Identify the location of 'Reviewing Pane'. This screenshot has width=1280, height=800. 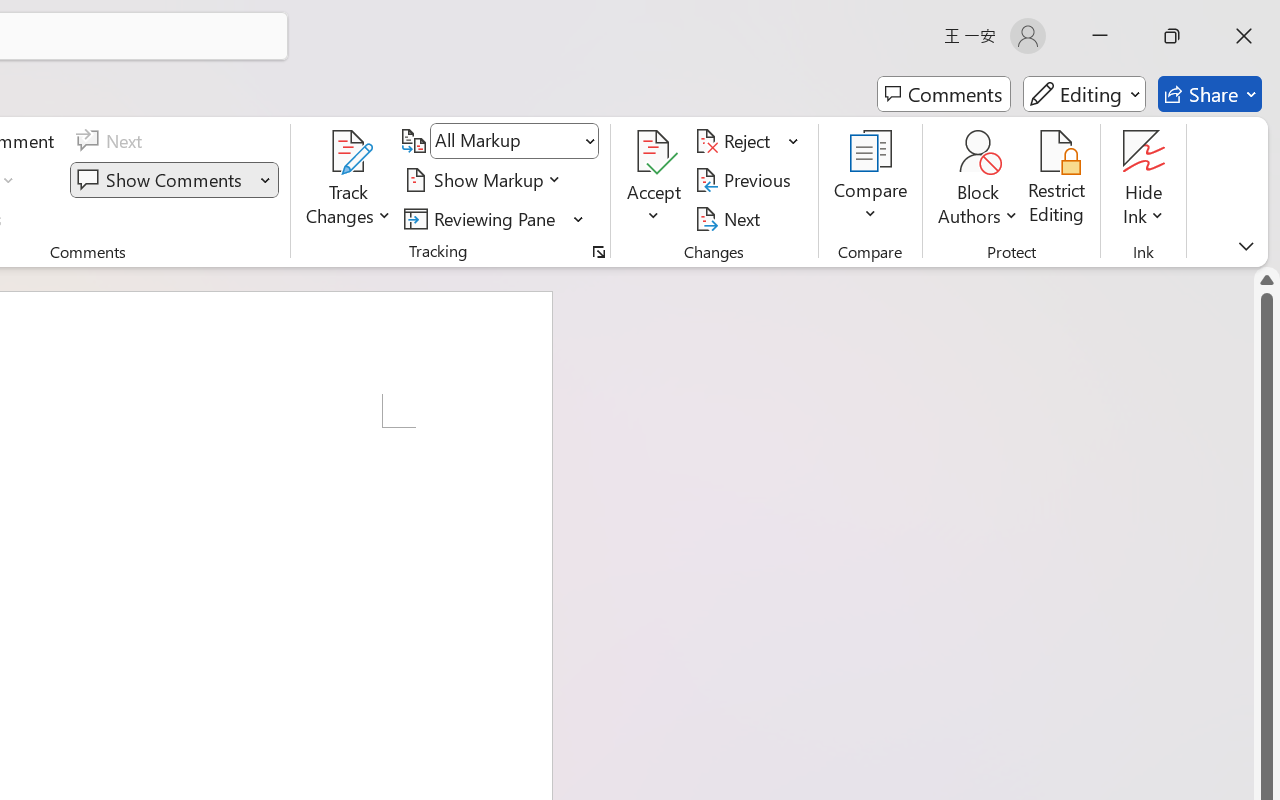
(494, 218).